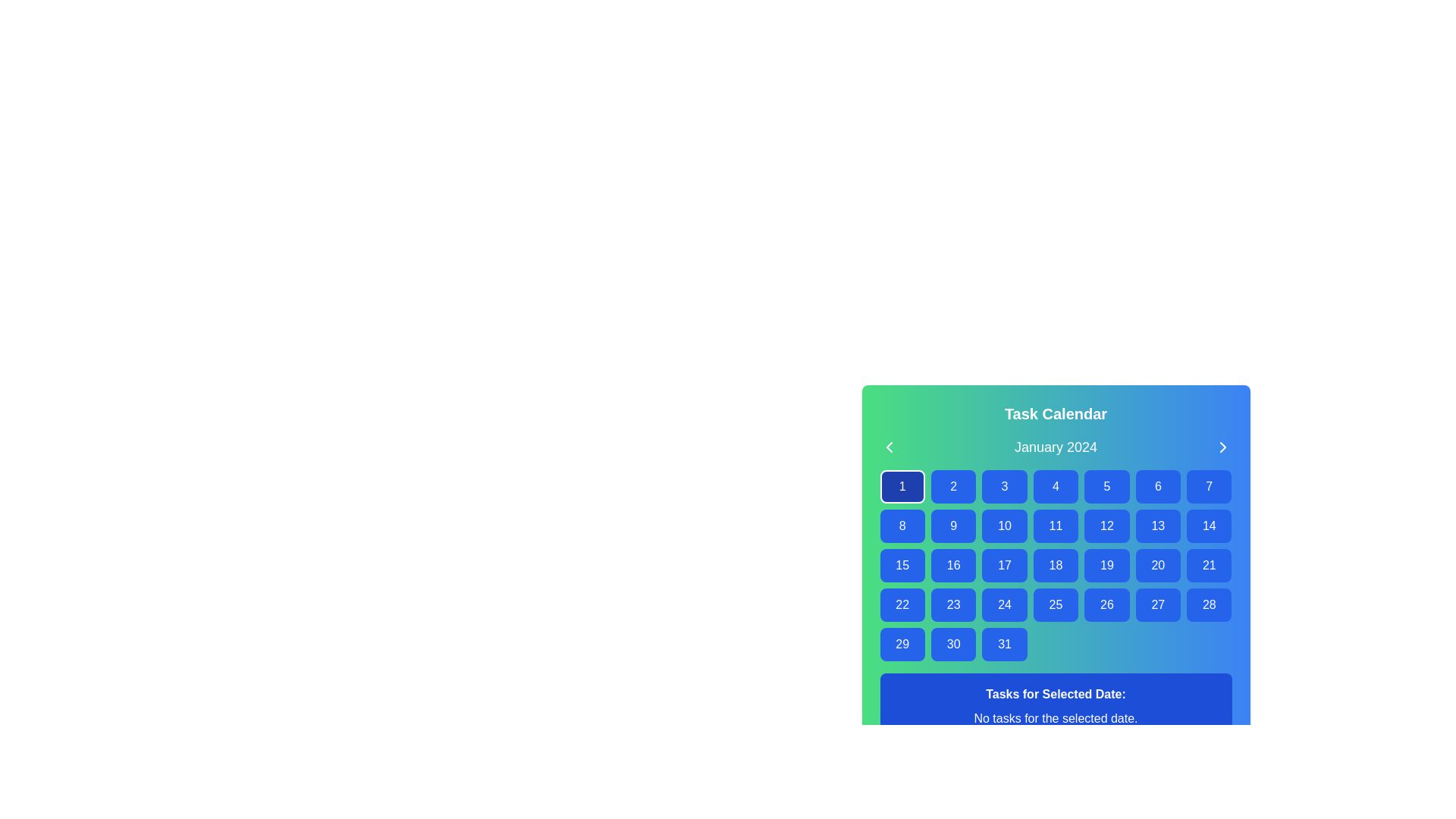 Image resolution: width=1456 pixels, height=819 pixels. I want to click on text label displaying 'Tasks for Selected Date:' which is prominently styled in bold white font against a blue background, located at the center towards the bottom of the interface, so click(1055, 694).